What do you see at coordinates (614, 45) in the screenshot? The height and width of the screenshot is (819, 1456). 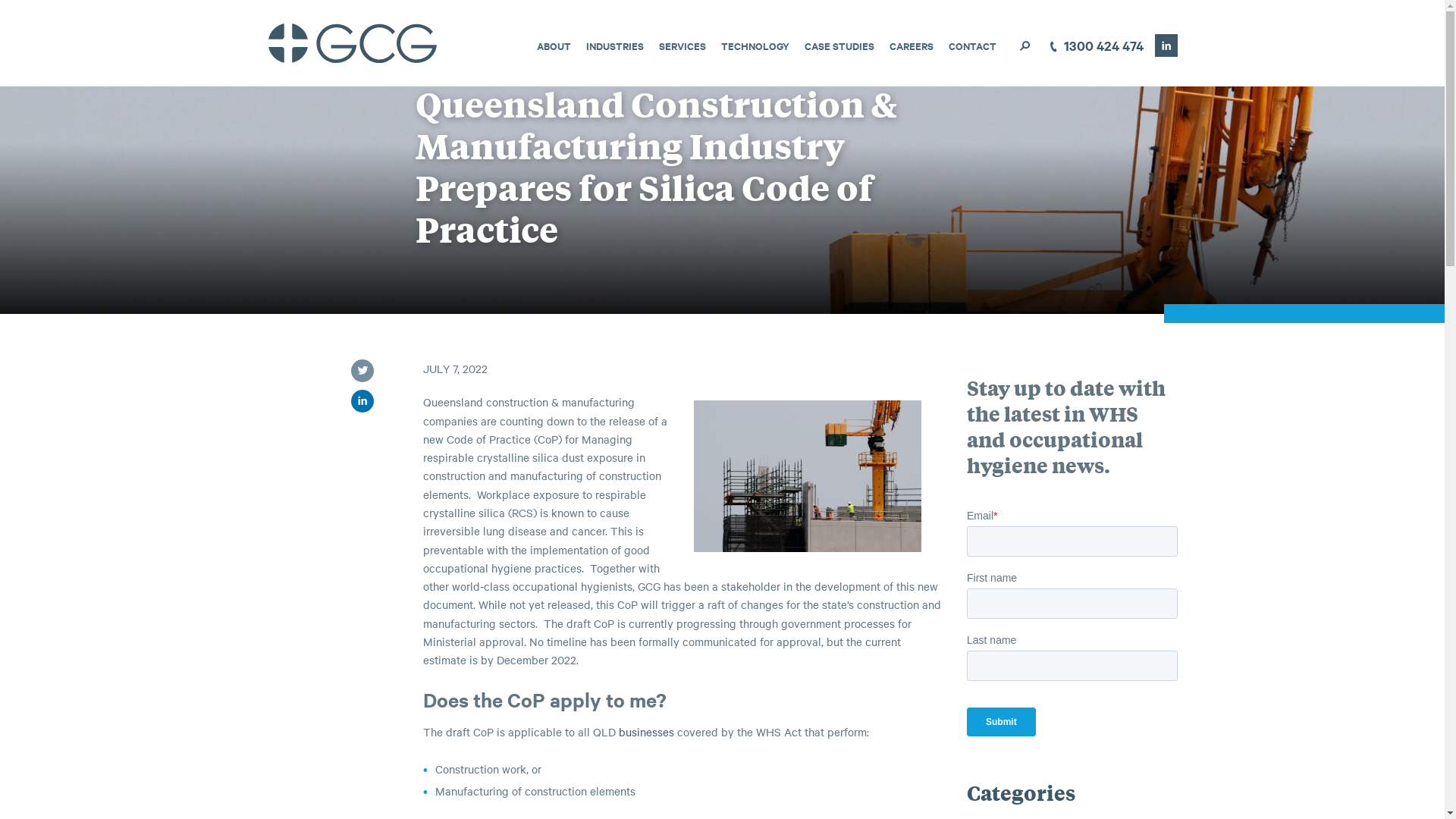 I see `'INDUSTRIES'` at bounding box center [614, 45].